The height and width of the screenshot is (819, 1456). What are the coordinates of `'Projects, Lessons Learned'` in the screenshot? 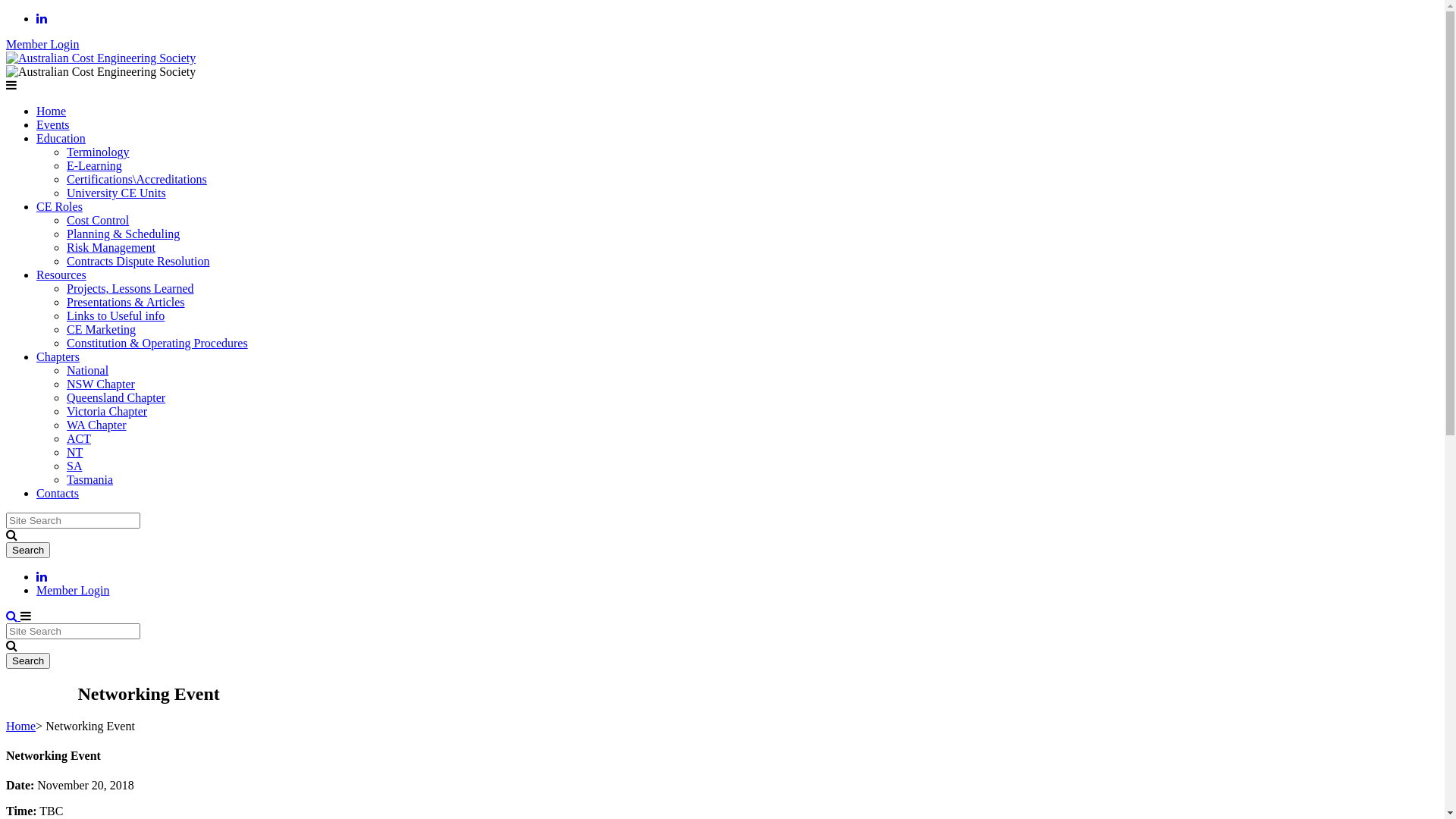 It's located at (65, 288).